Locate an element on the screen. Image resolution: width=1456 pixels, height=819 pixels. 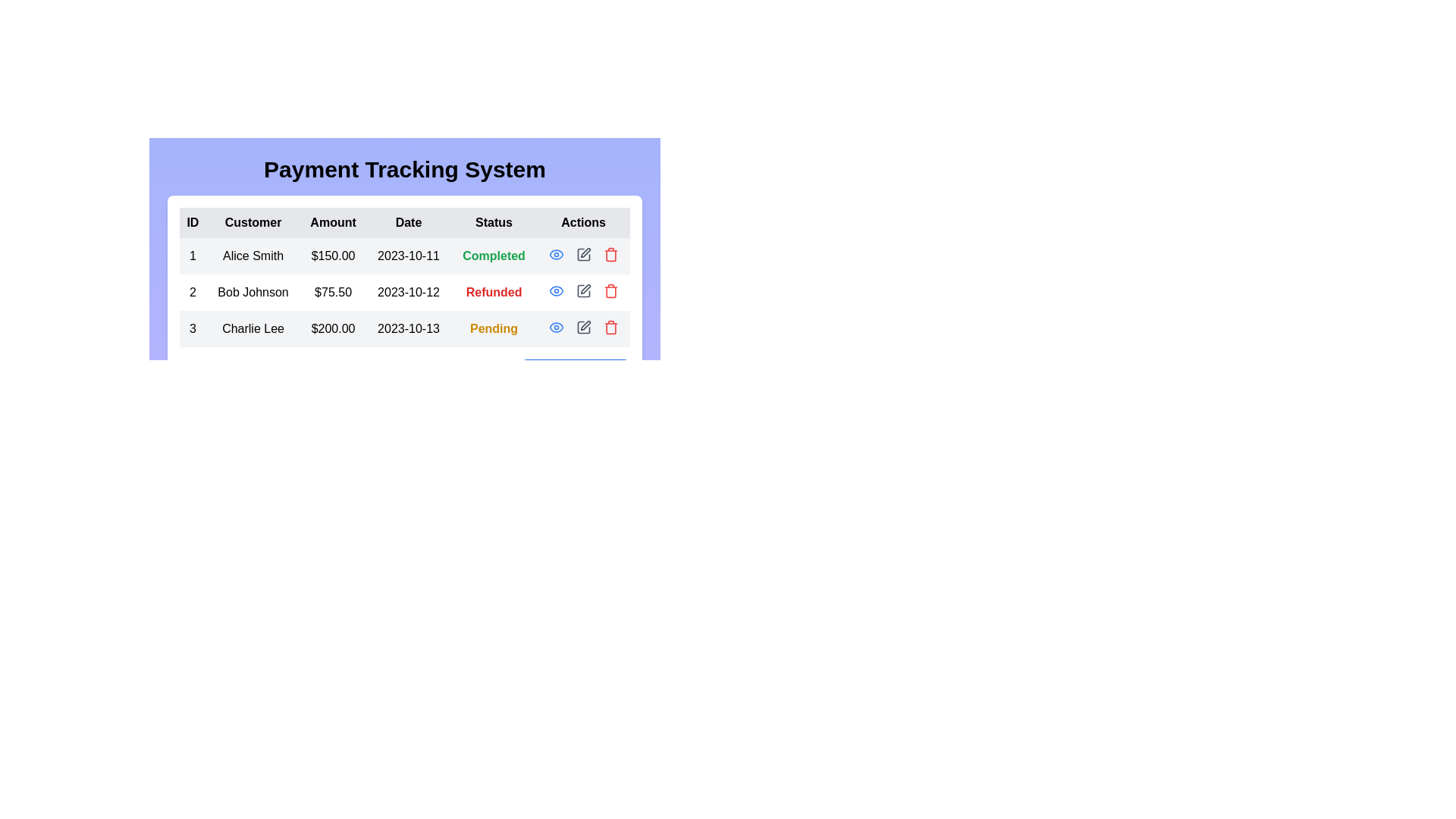
the Text display element that shows the transaction amount for Alice Smith, located in the second cell of the 'Amount' column in the first row beneath the header, styled with 'bg-gray-100' is located at coordinates (332, 256).